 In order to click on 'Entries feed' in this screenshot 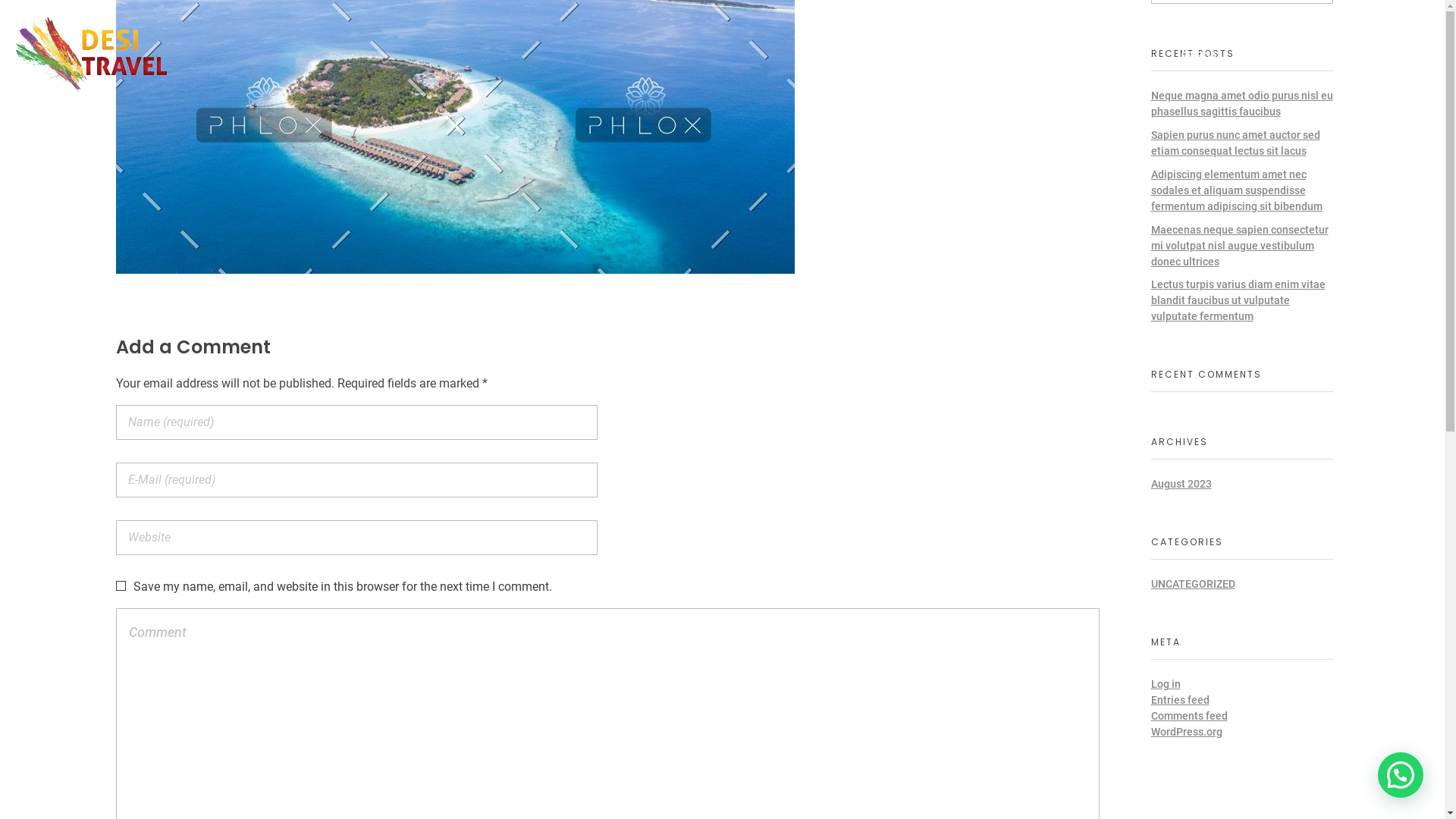, I will do `click(1179, 699)`.